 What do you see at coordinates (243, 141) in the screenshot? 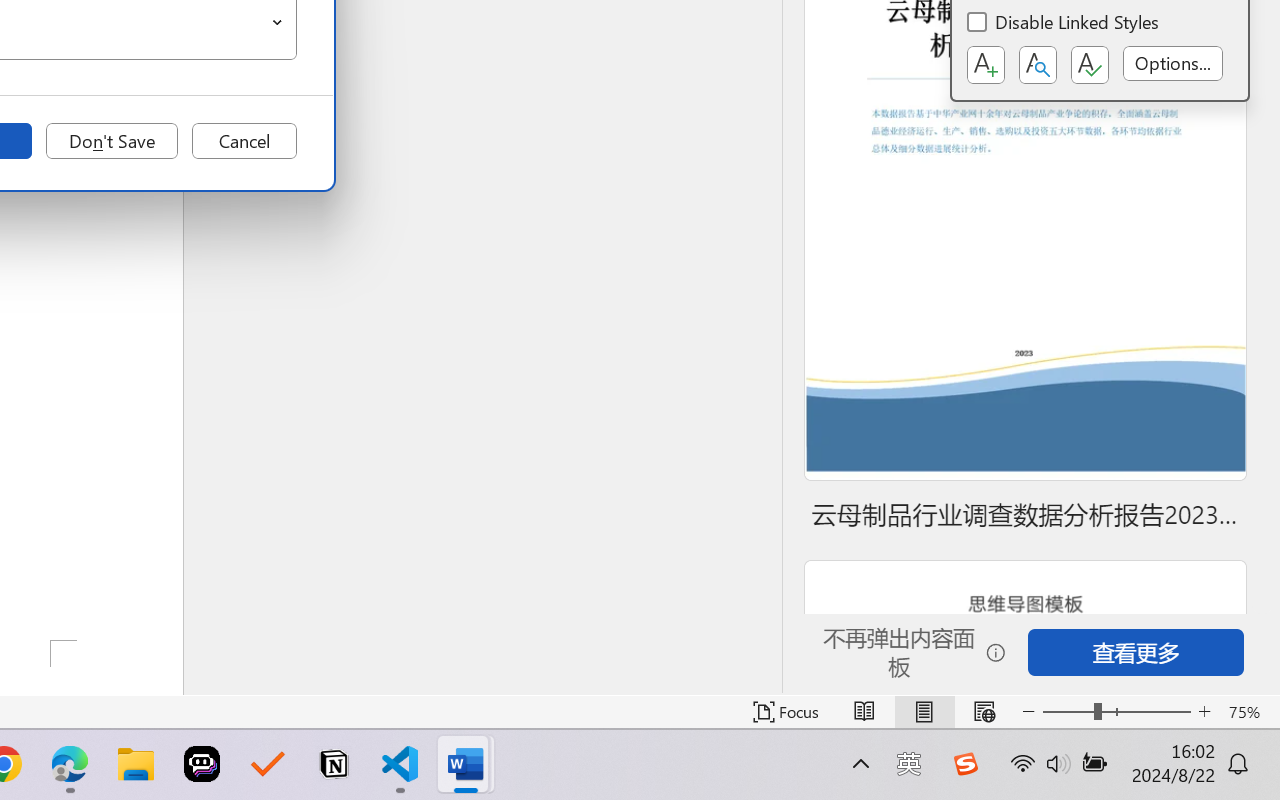
I see `'Cancel'` at bounding box center [243, 141].